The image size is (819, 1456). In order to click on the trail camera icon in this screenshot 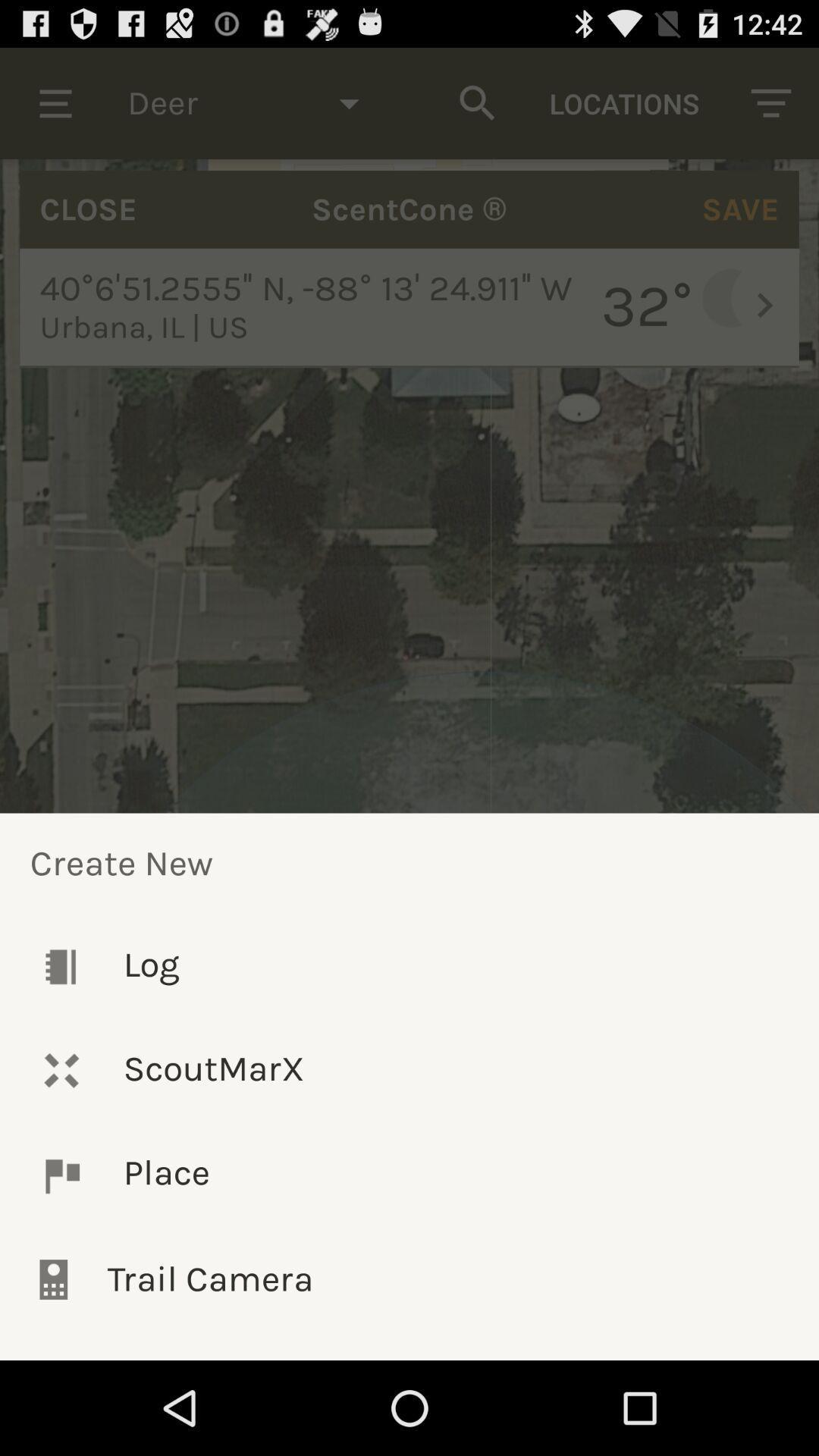, I will do `click(409, 1279)`.